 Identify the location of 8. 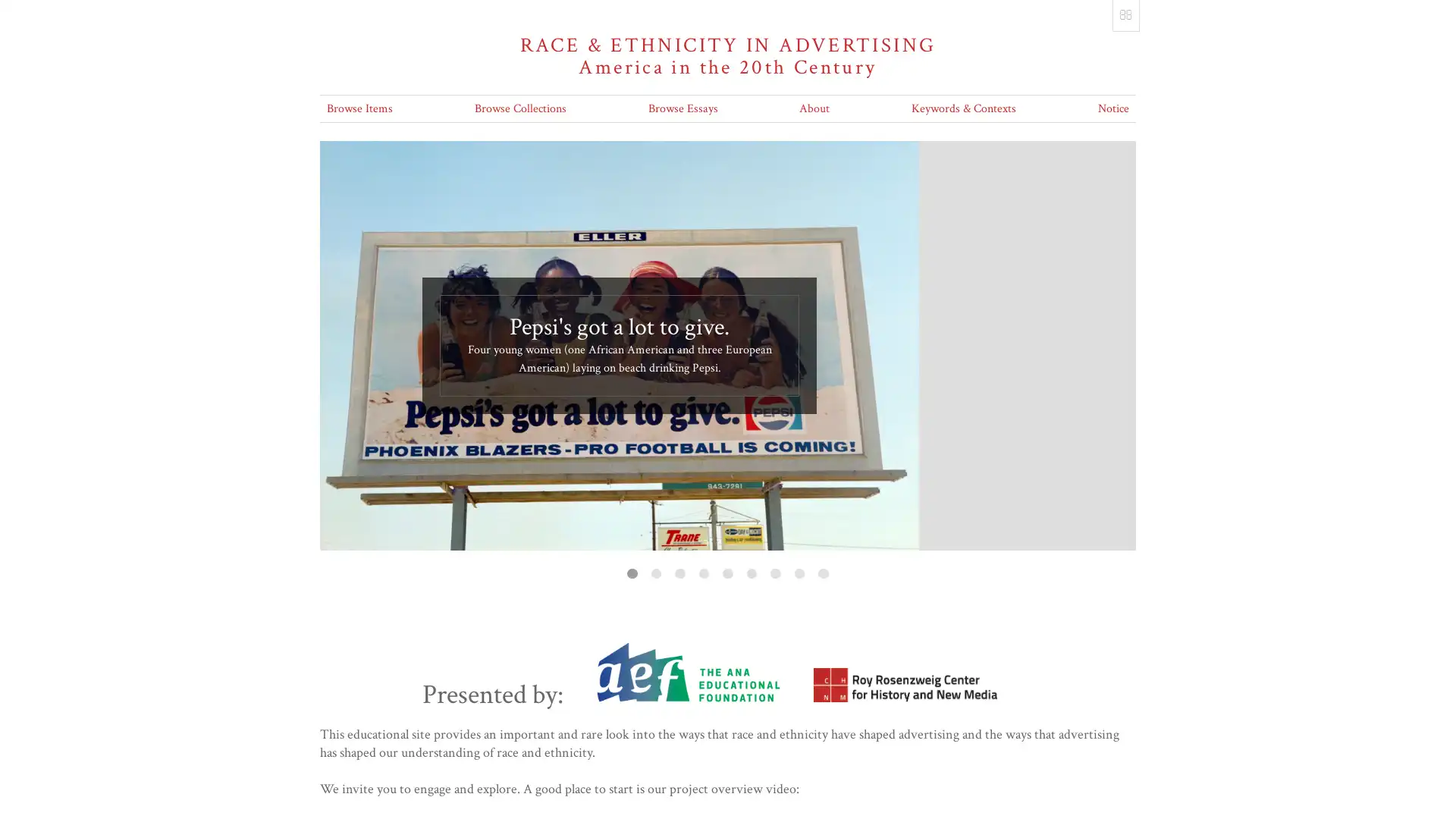
(799, 573).